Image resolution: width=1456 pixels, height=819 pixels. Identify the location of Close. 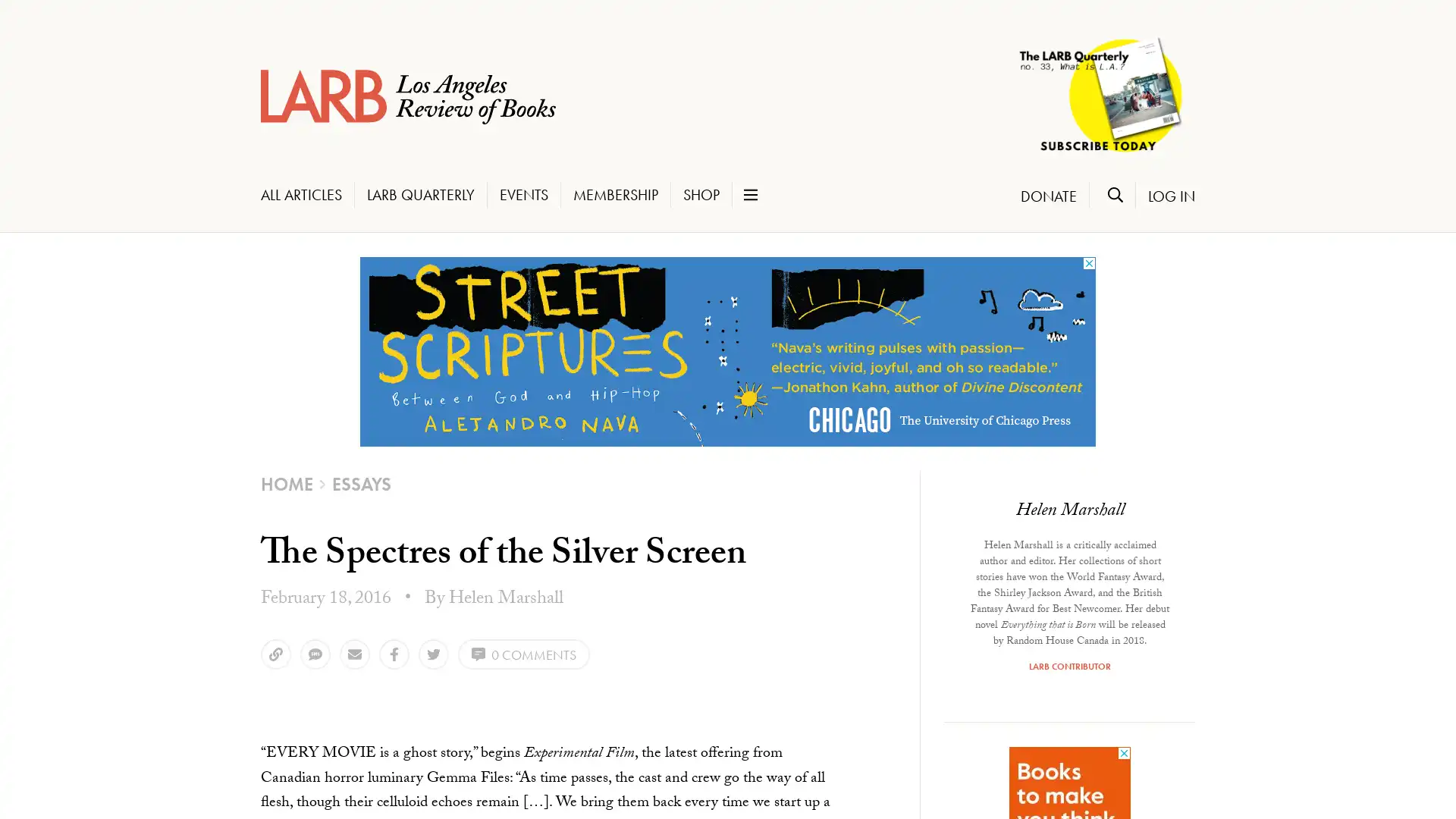
(234, 415).